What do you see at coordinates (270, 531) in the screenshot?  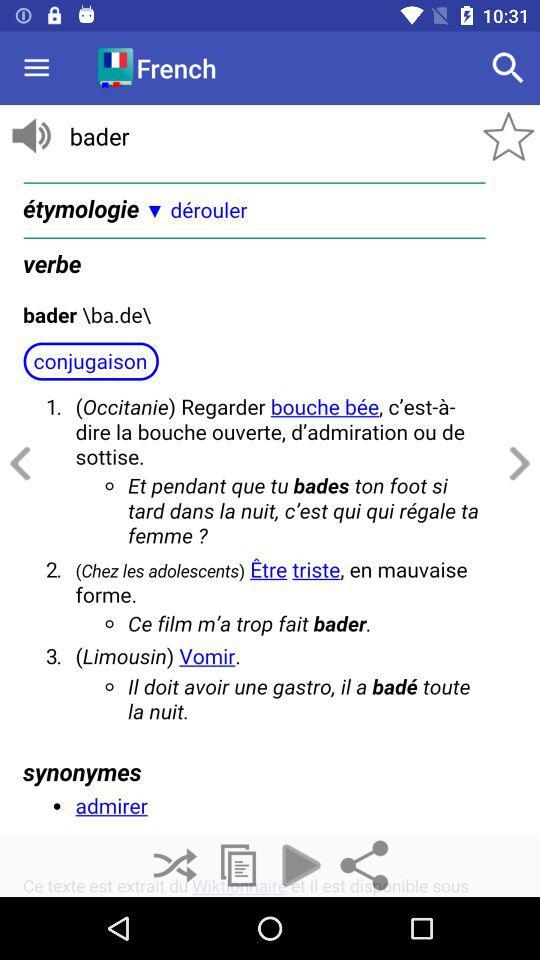 I see `text page` at bounding box center [270, 531].